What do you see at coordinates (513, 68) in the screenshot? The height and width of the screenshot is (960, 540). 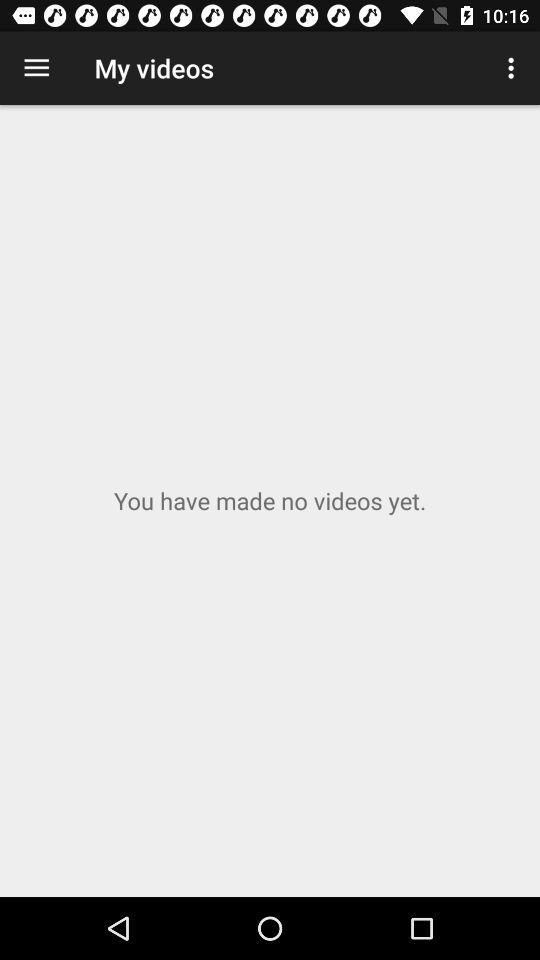 I see `item to the right of my videos` at bounding box center [513, 68].